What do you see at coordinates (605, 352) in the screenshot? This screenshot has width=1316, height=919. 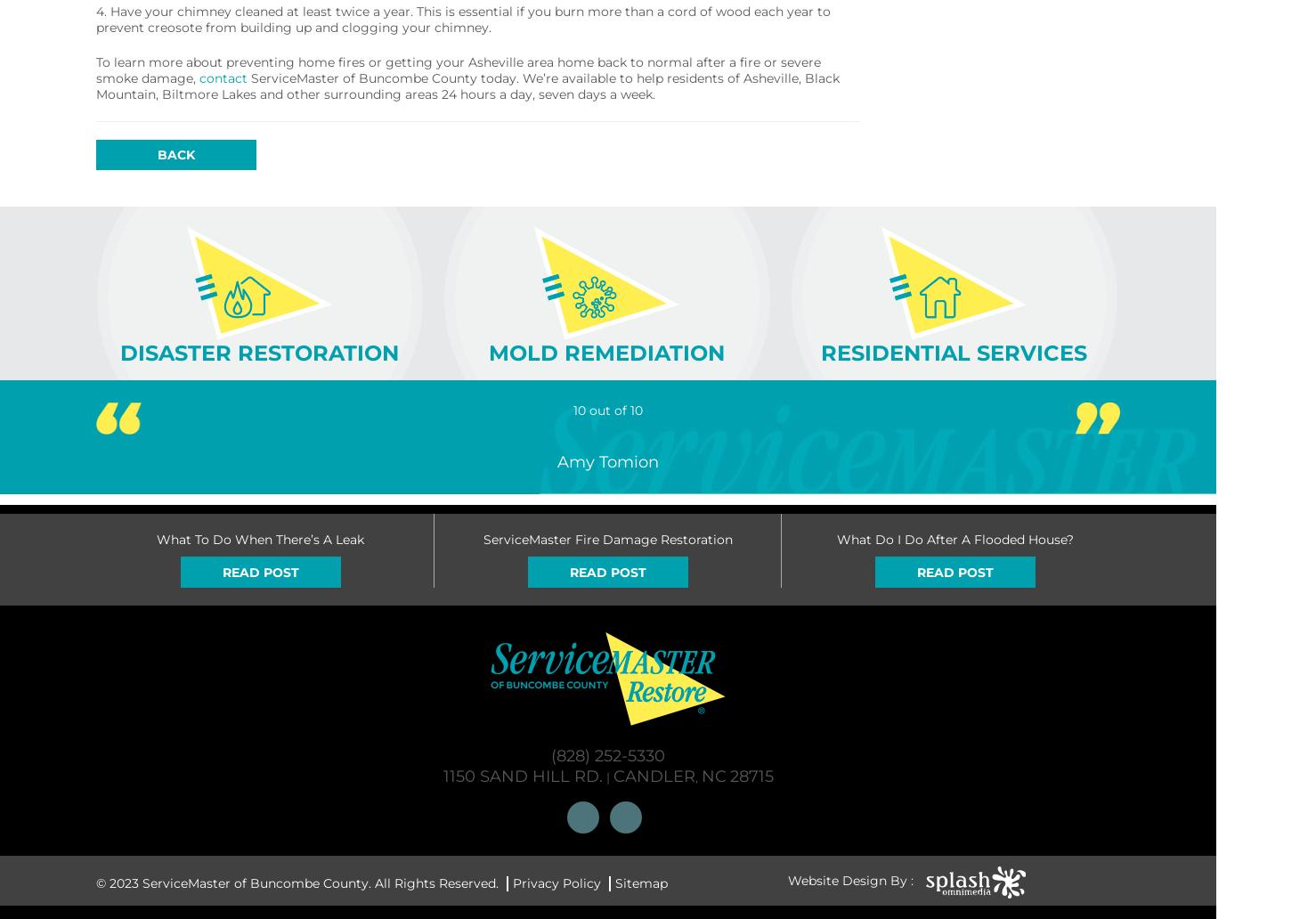 I see `'MOLD REMEDIATION'` at bounding box center [605, 352].